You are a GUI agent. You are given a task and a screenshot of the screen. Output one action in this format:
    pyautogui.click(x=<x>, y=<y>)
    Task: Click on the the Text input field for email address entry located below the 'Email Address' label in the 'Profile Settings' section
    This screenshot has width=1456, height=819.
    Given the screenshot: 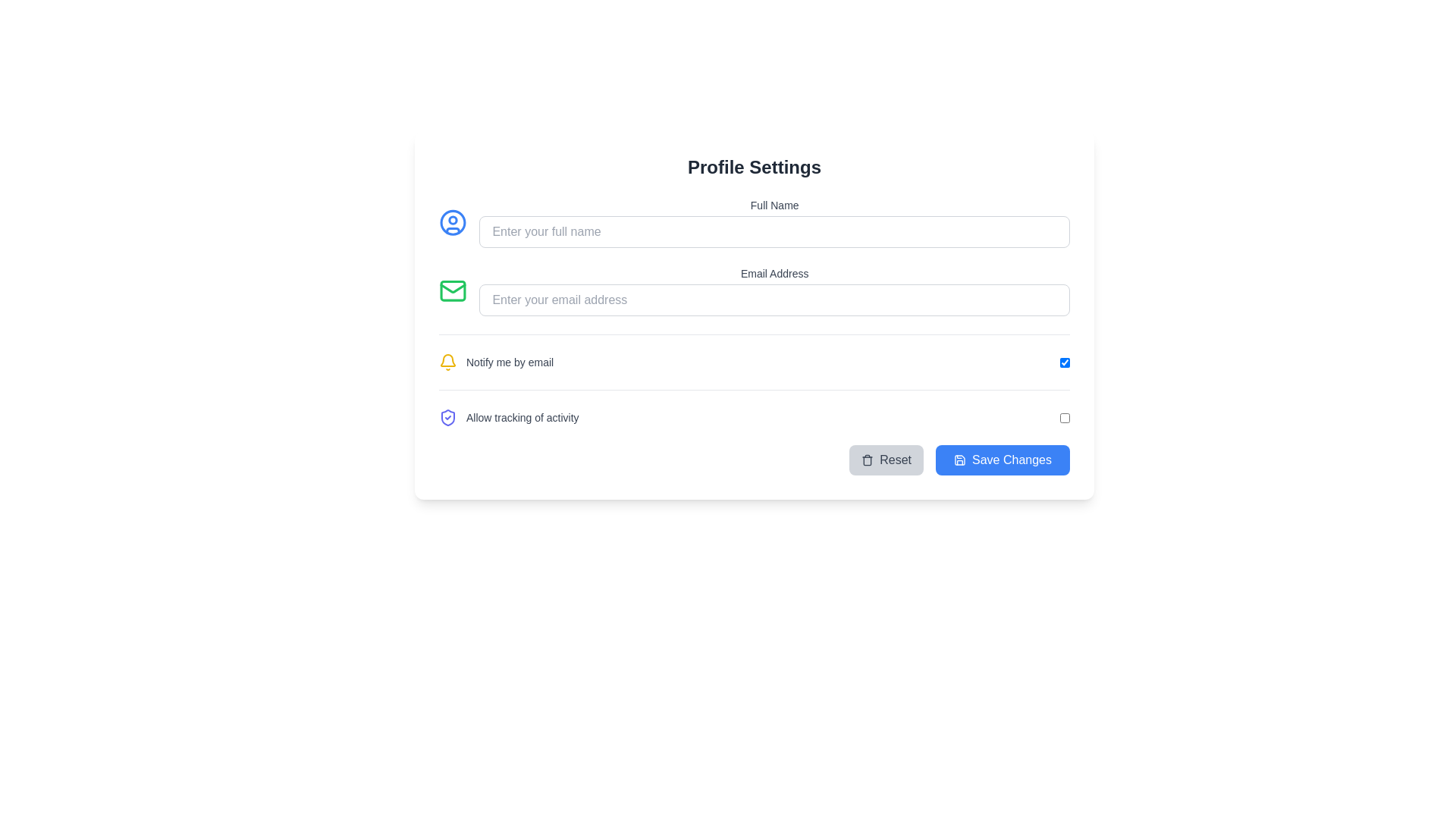 What is the action you would take?
    pyautogui.click(x=774, y=300)
    